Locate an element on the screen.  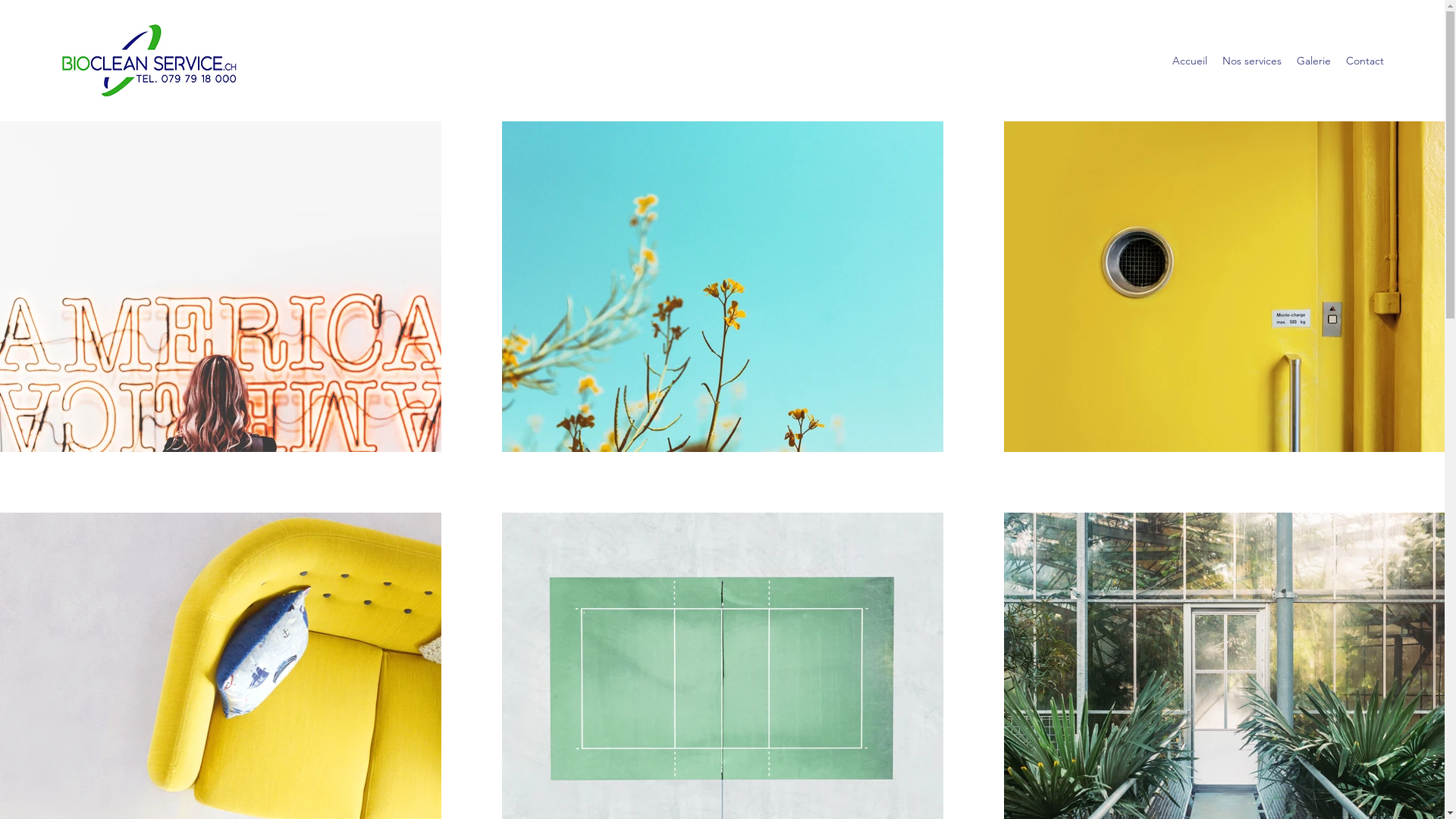
'Galerie' is located at coordinates (1313, 60).